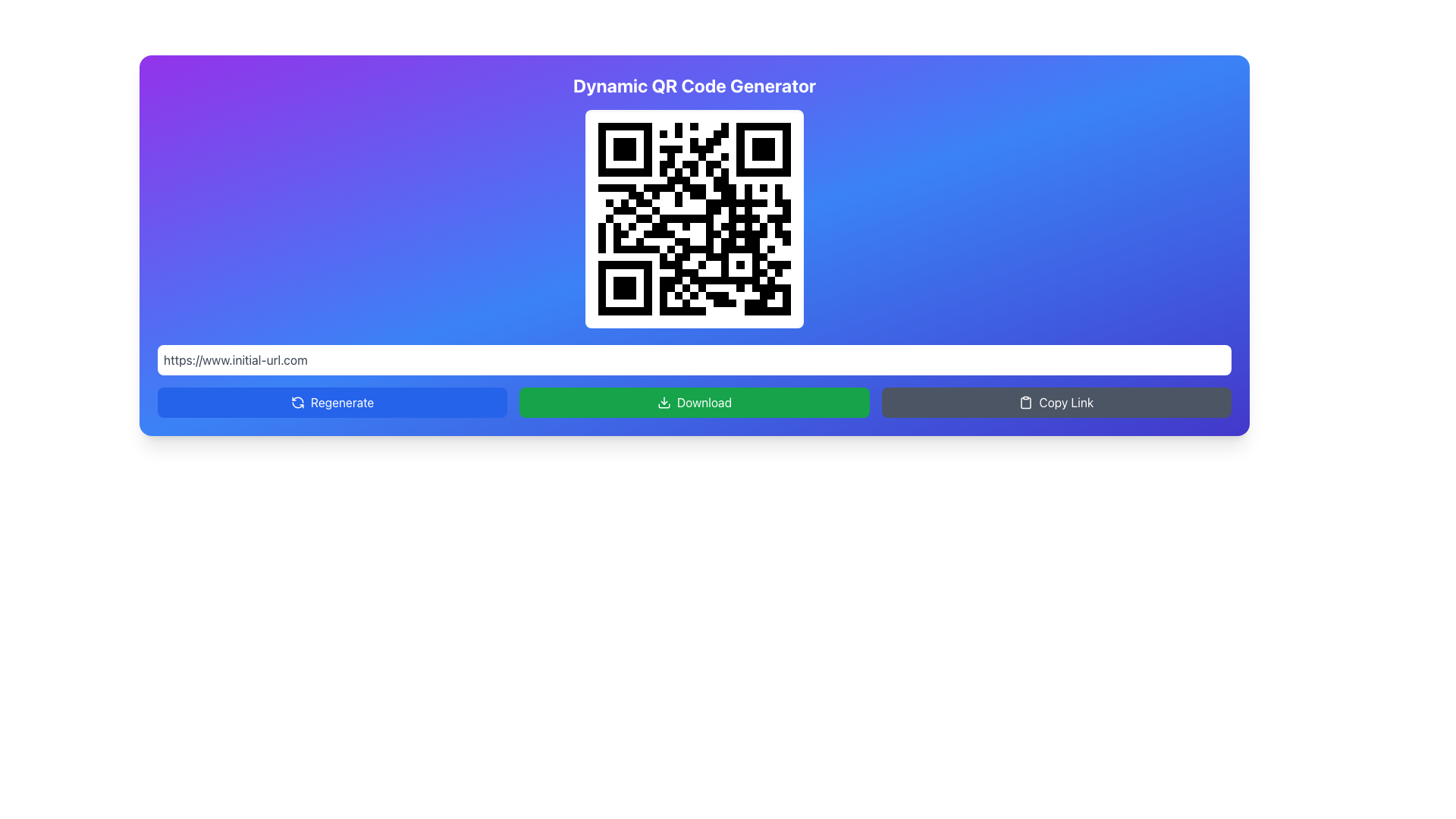 Image resolution: width=1456 pixels, height=819 pixels. Describe the element at coordinates (694, 85) in the screenshot. I see `the Heading (H1) that indicates the title of the dynamic QR code generator interface, which is centrally aligned at the top of the box` at that location.